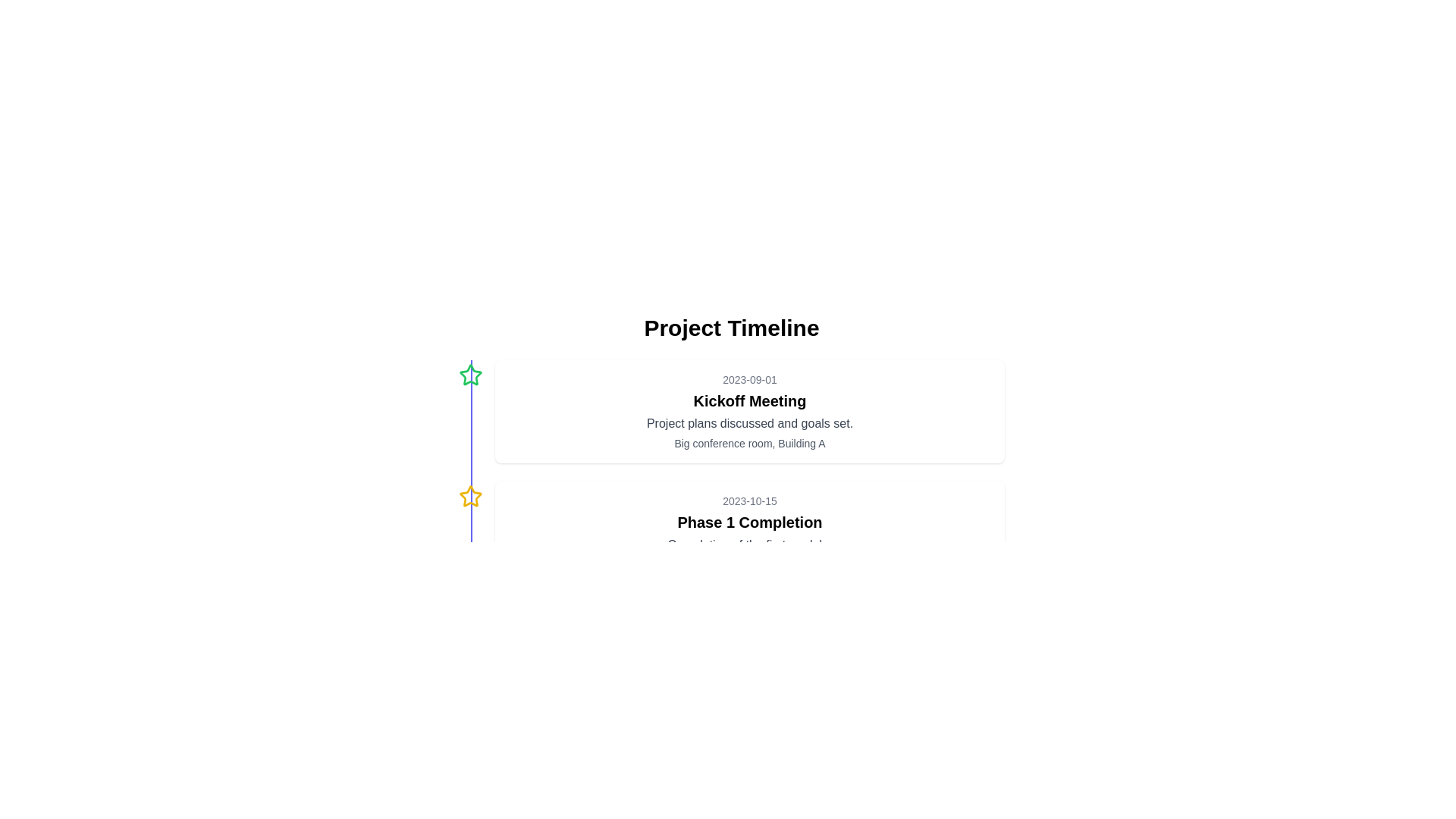 This screenshot has height=819, width=1456. I want to click on the headline text element summarizing the event, located directly beneath the date '2023-10-15' and above the description text 'Completion of the first module', so click(749, 522).